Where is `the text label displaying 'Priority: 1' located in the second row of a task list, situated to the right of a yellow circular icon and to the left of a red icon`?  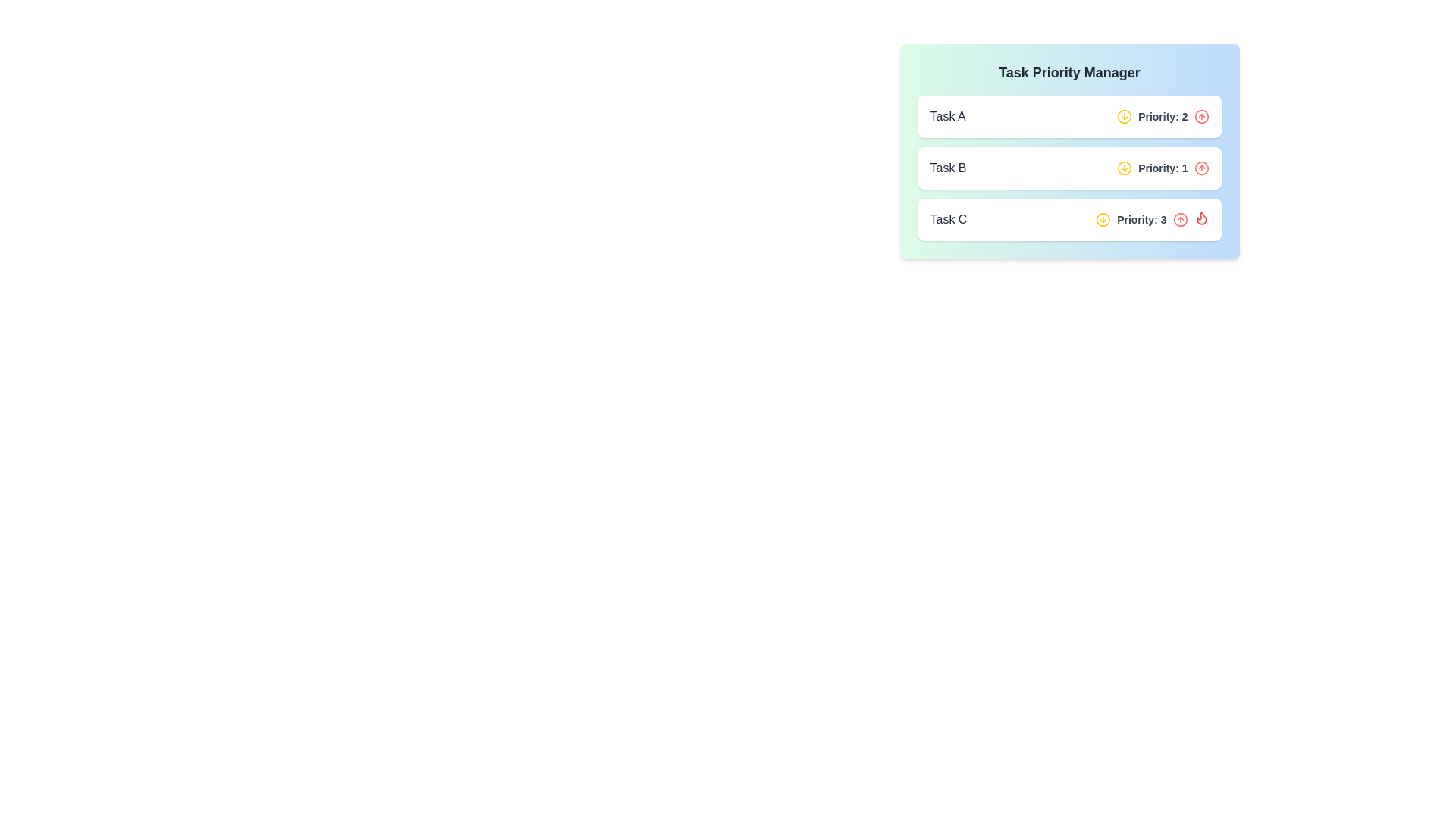 the text label displaying 'Priority: 1' located in the second row of a task list, situated to the right of a yellow circular icon and to the left of a red icon is located at coordinates (1162, 168).